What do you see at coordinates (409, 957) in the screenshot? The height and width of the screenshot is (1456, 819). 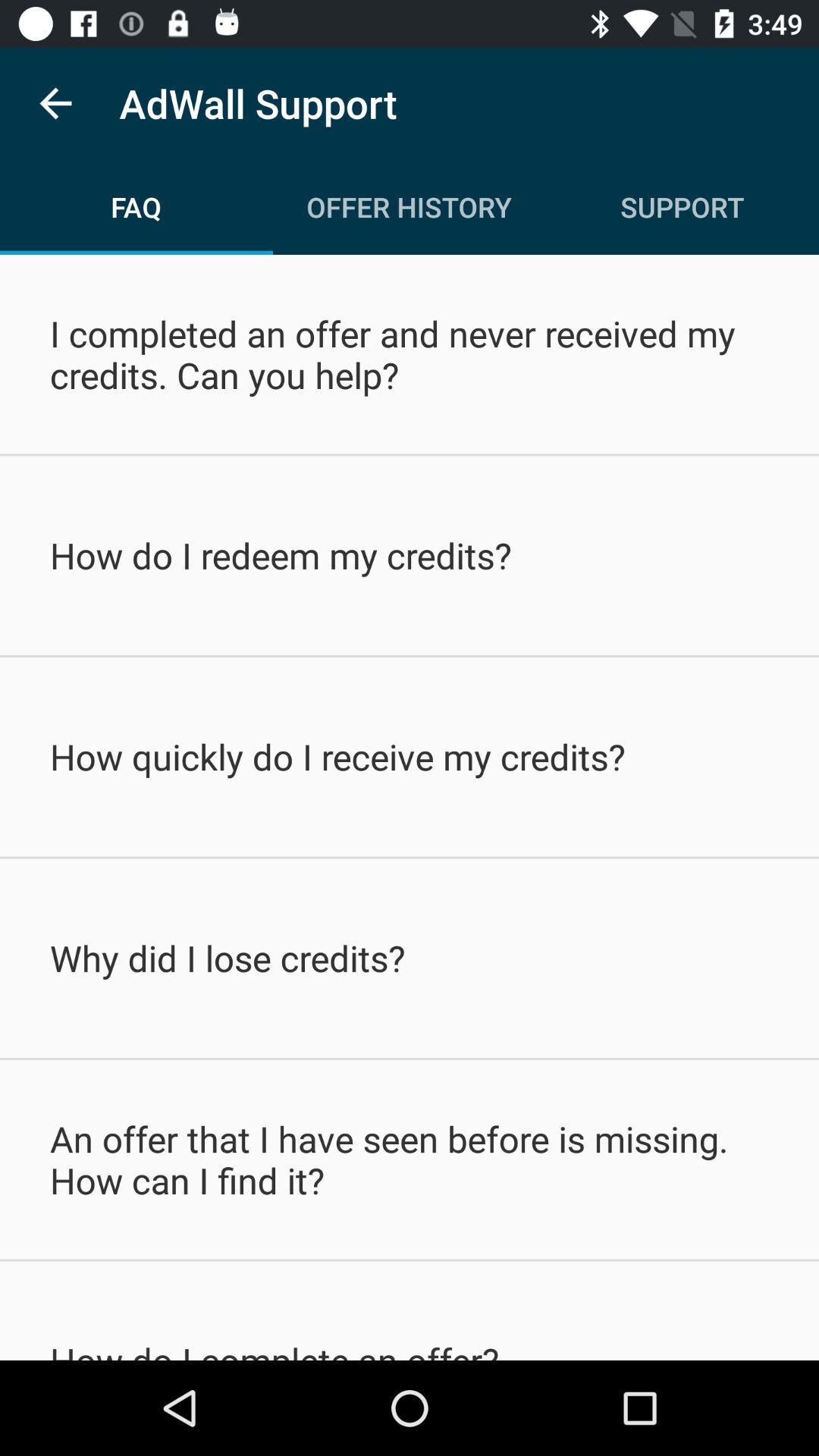 I see `item below how quickly do` at bounding box center [409, 957].